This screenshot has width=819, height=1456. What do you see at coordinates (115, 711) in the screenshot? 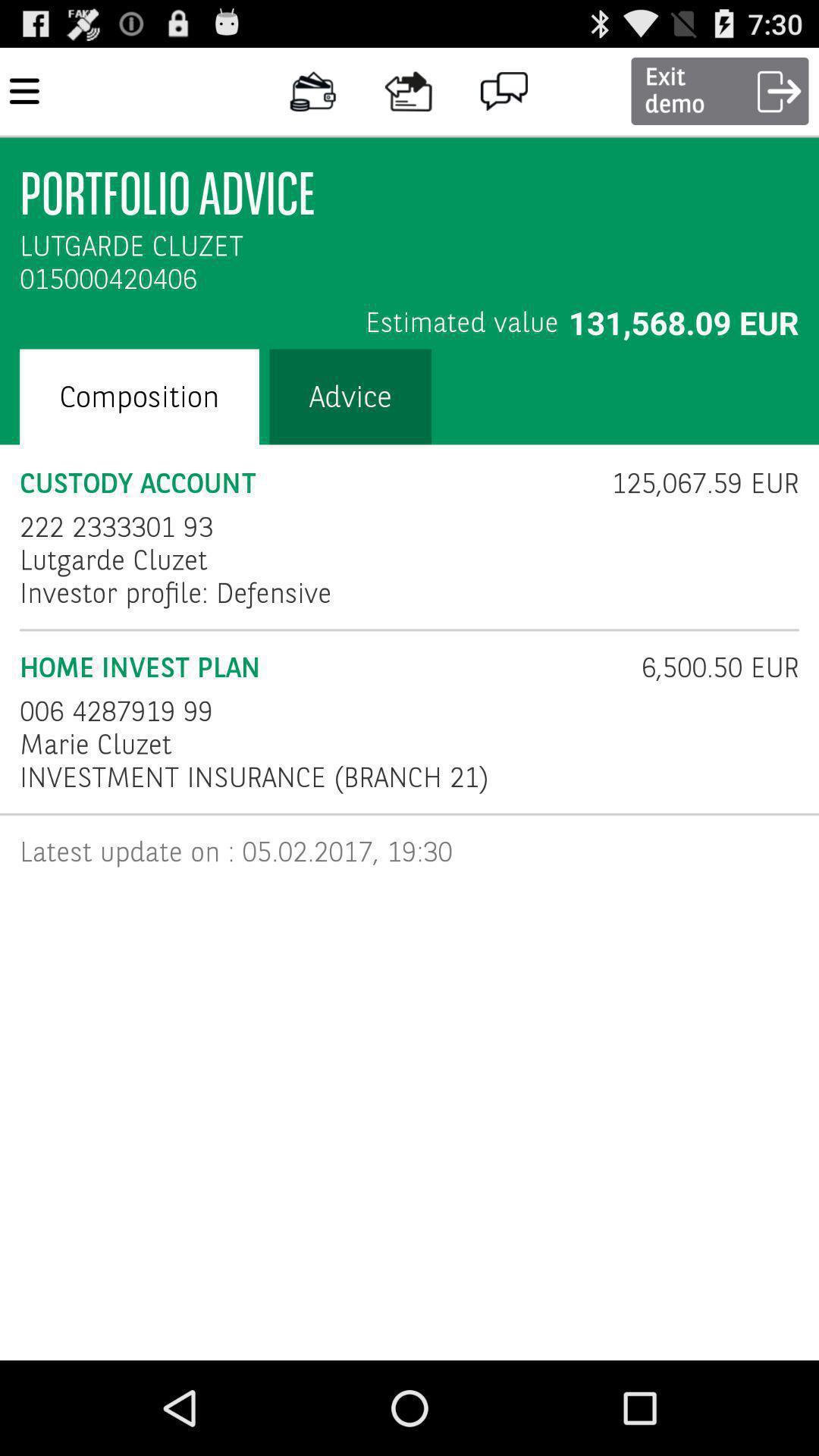
I see `the 006 4287919 99 icon` at bounding box center [115, 711].